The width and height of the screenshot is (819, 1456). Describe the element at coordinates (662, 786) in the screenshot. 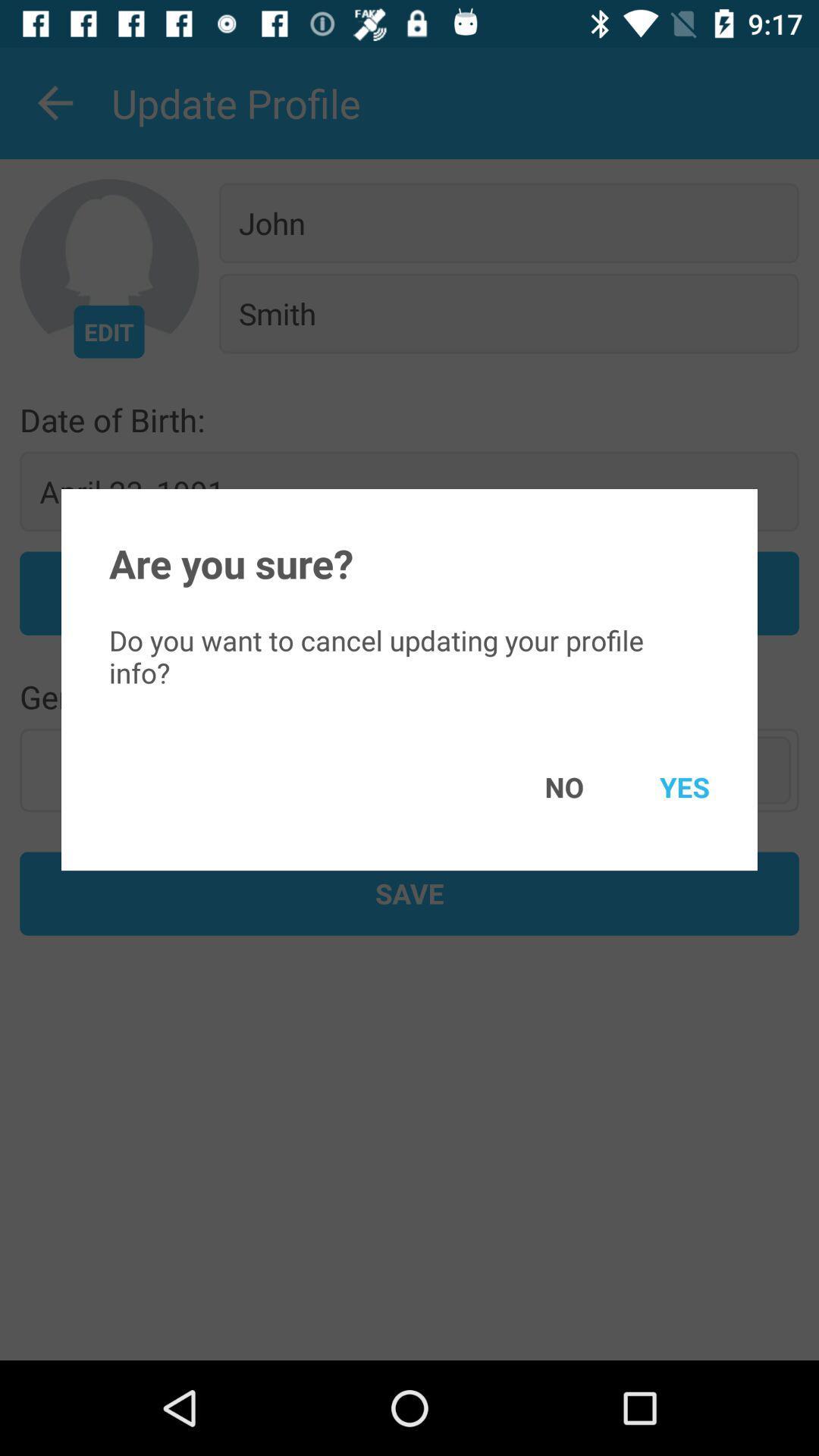

I see `yes item` at that location.